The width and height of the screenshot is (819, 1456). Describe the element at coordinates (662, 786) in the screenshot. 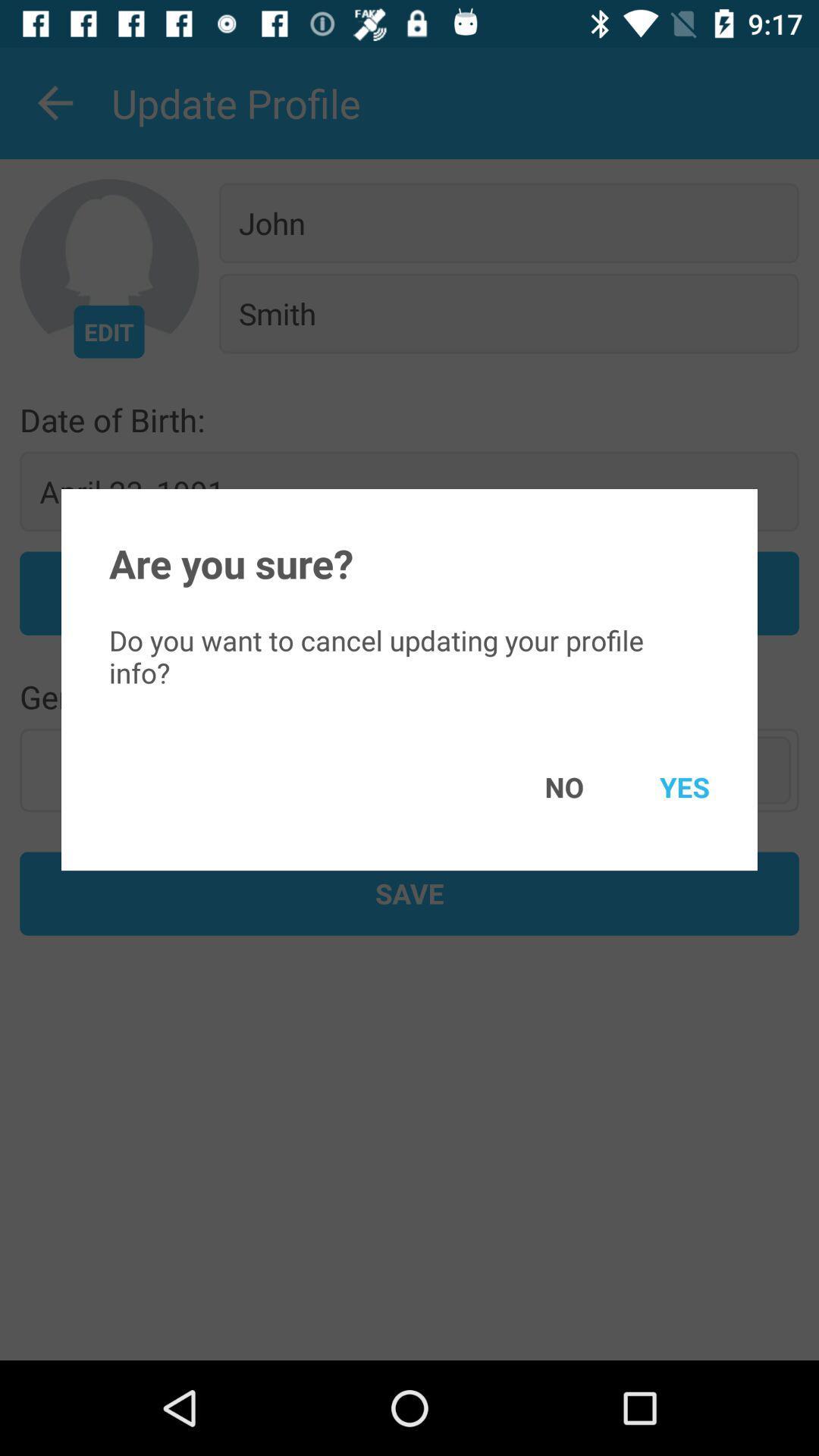

I see `yes item` at that location.